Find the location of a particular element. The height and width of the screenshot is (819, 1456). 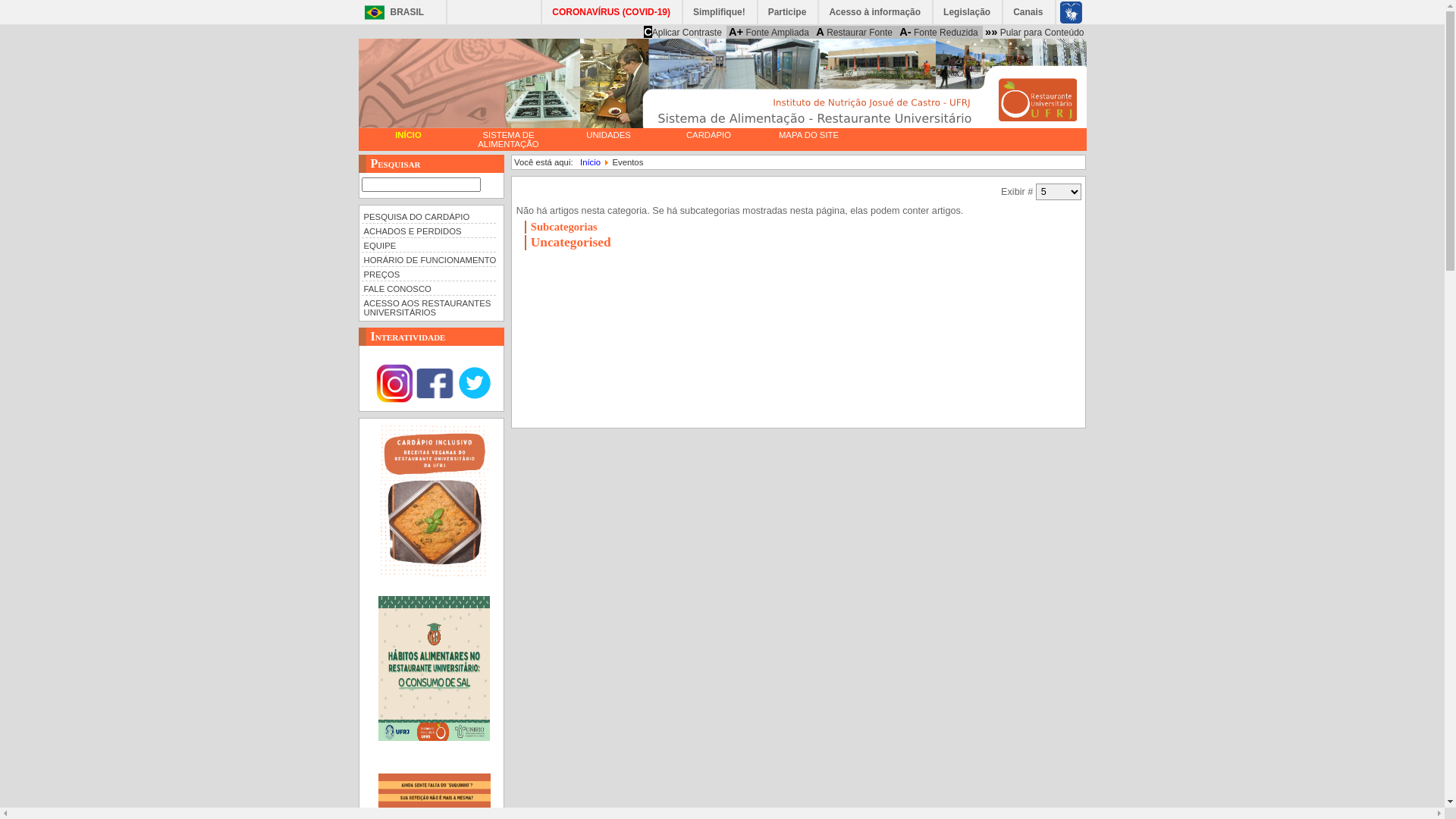

'CAplicar Contraste' is located at coordinates (682, 32).